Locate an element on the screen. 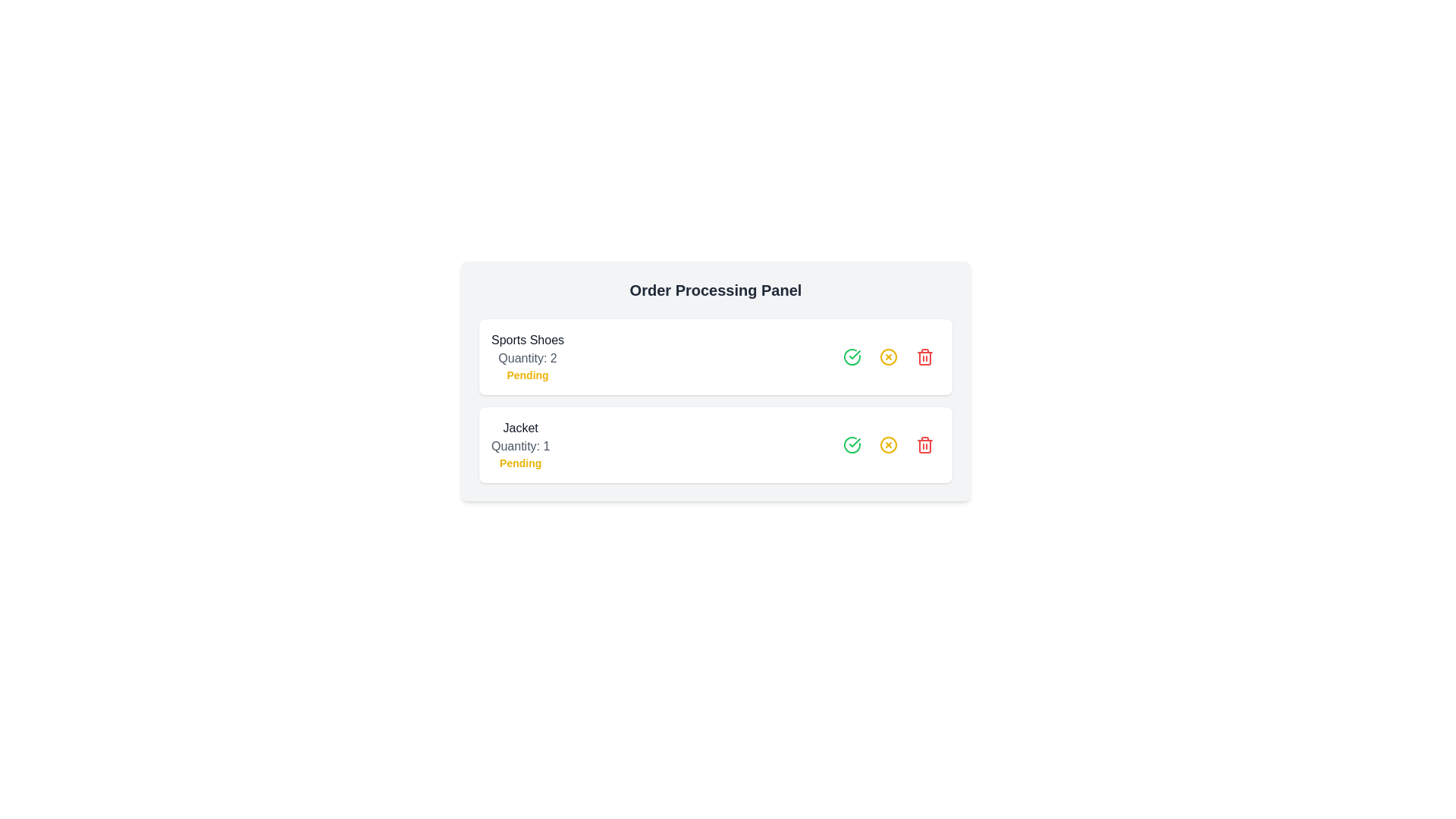  the red trash bin icon located in the bottom-right corner of the first row of the panel is located at coordinates (924, 356).